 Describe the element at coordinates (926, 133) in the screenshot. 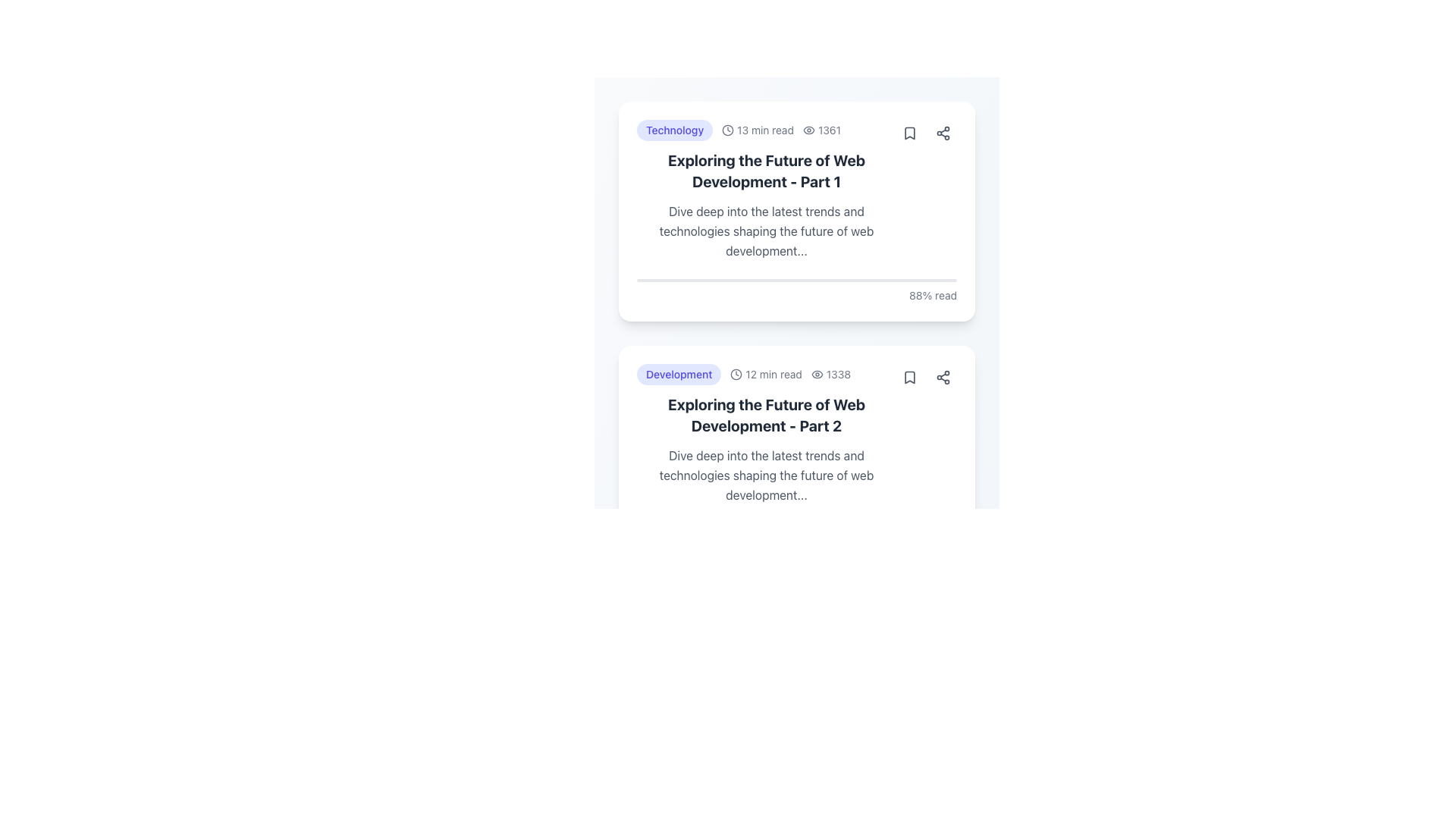

I see `the group of interactive buttons located in the top-right corner of the information card labeled 'Exploring the Future of Web Development - Part 1'` at that location.